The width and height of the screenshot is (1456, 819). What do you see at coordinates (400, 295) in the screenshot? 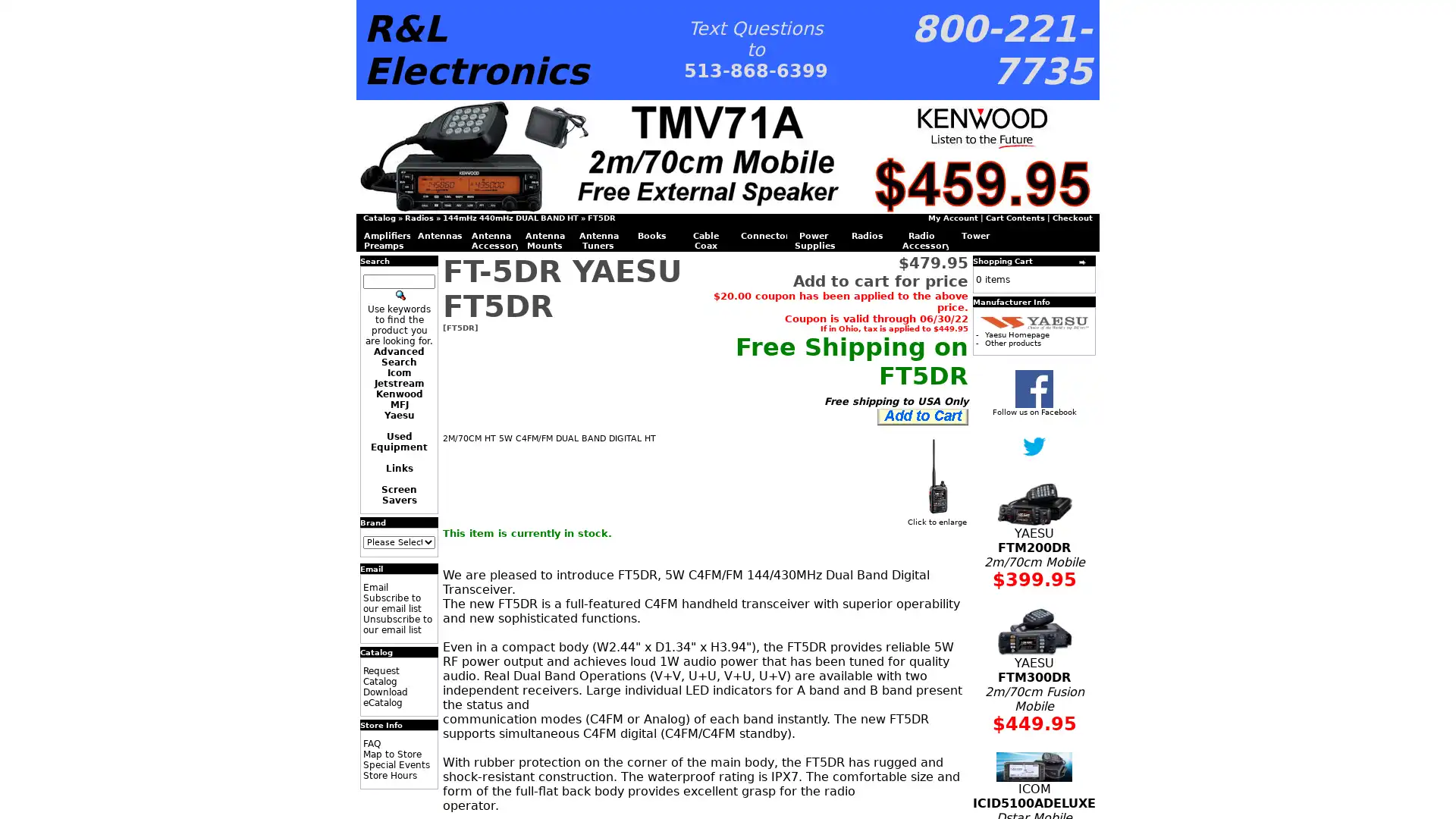
I see `Search` at bounding box center [400, 295].